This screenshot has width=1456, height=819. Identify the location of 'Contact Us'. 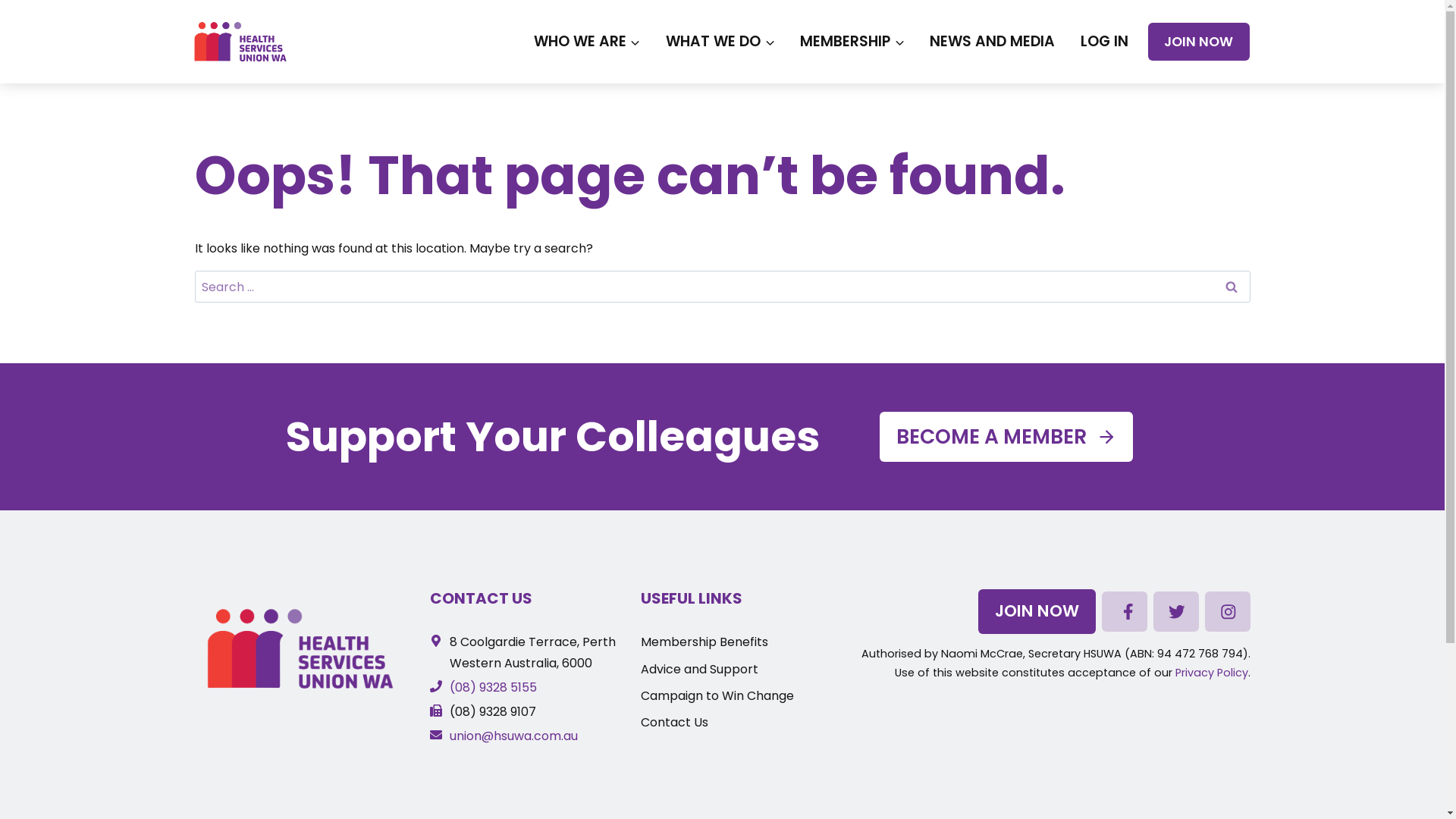
(673, 721).